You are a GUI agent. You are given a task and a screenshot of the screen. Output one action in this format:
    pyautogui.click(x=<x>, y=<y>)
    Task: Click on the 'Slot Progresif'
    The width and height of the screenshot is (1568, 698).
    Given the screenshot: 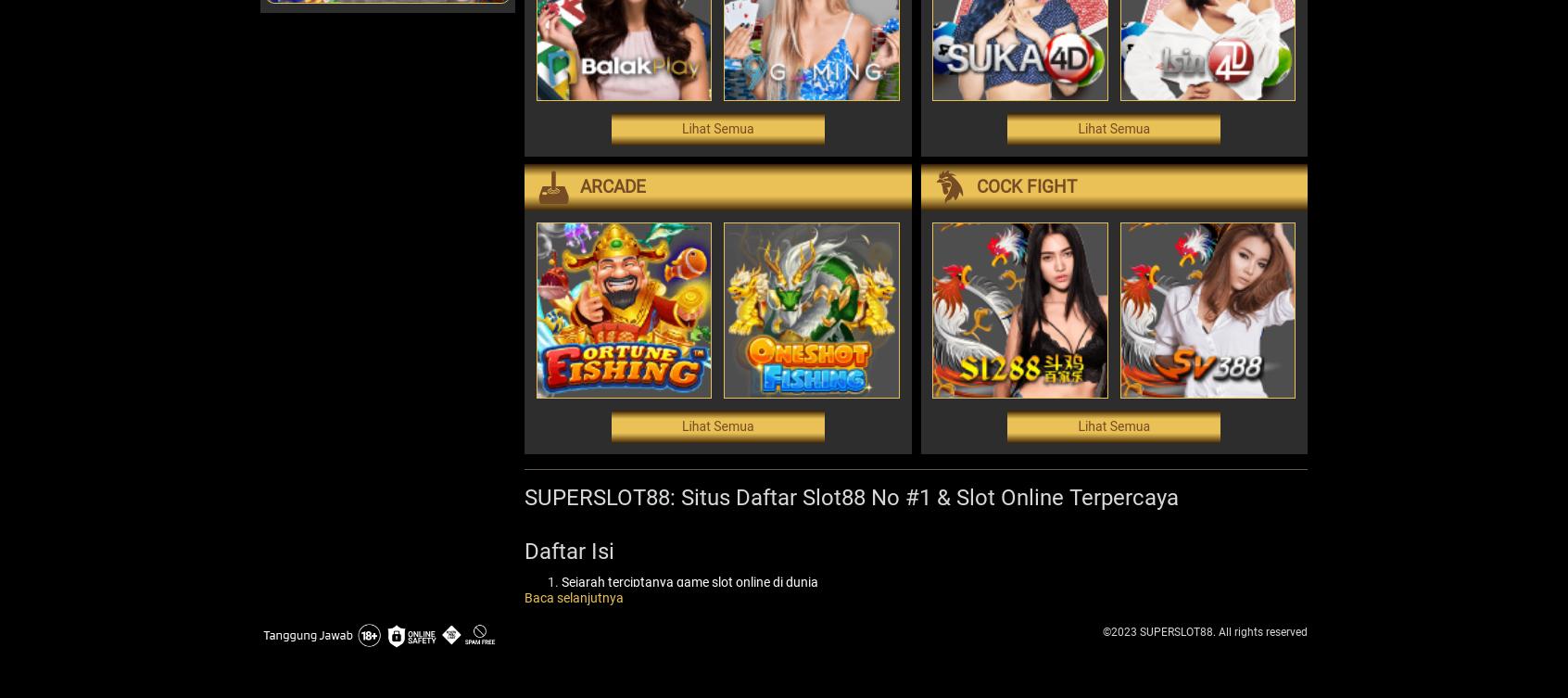 What is the action you would take?
    pyautogui.click(x=637, y=659)
    